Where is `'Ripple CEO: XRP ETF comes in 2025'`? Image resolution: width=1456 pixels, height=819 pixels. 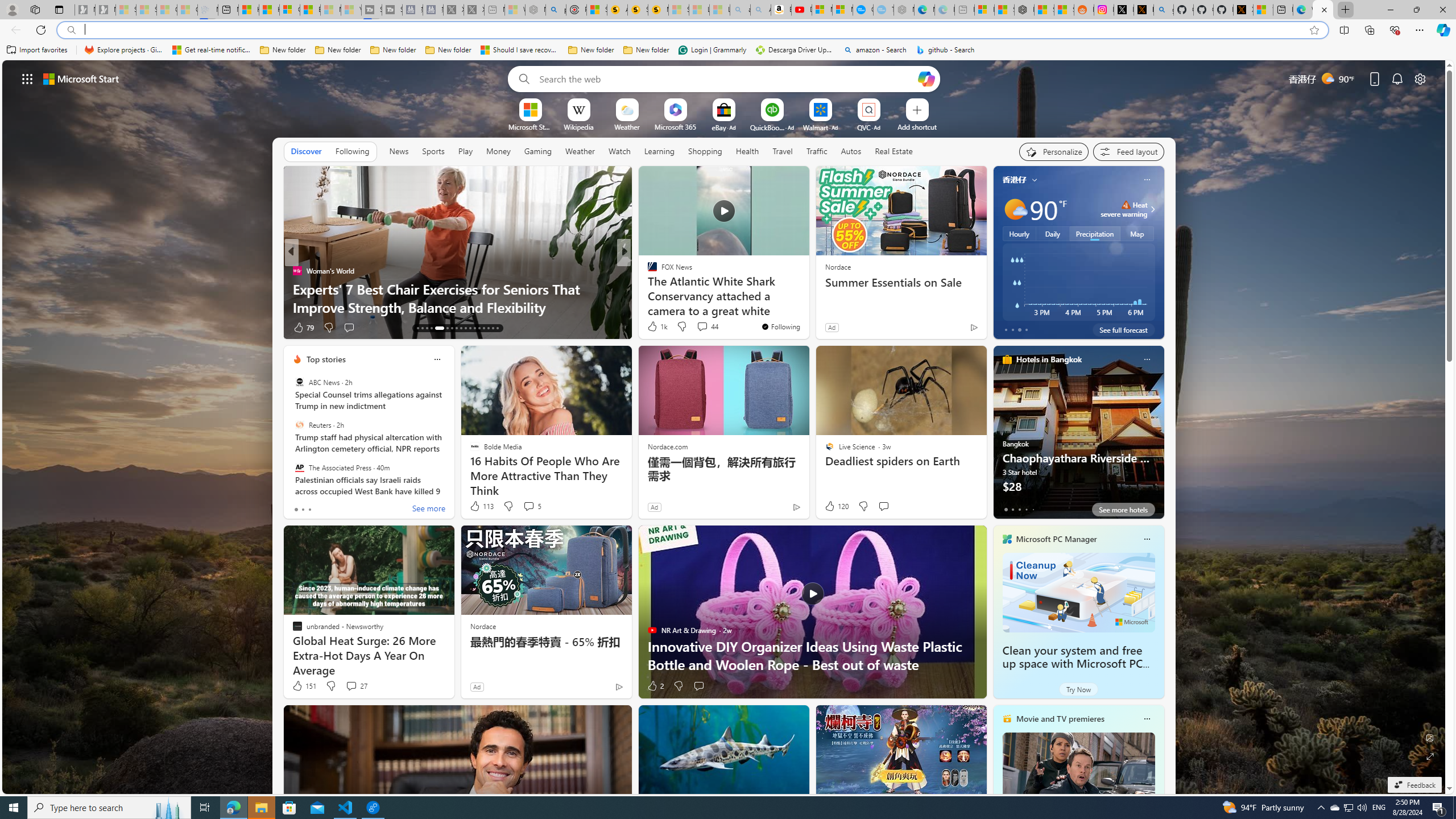
'Ripple CEO: XRP ETF comes in 2025' is located at coordinates (806, 307).